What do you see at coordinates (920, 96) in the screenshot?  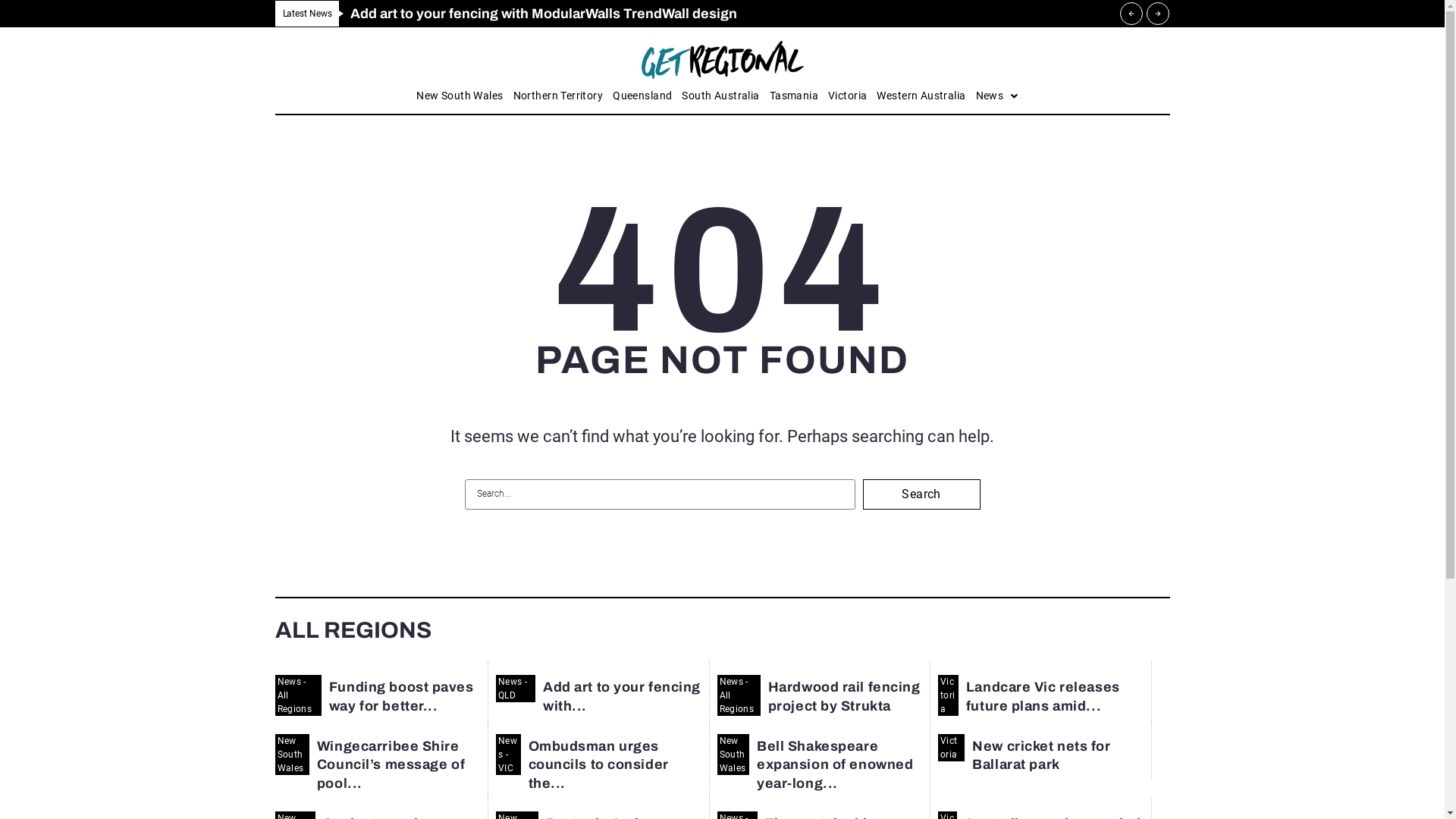 I see `'Western Australia'` at bounding box center [920, 96].